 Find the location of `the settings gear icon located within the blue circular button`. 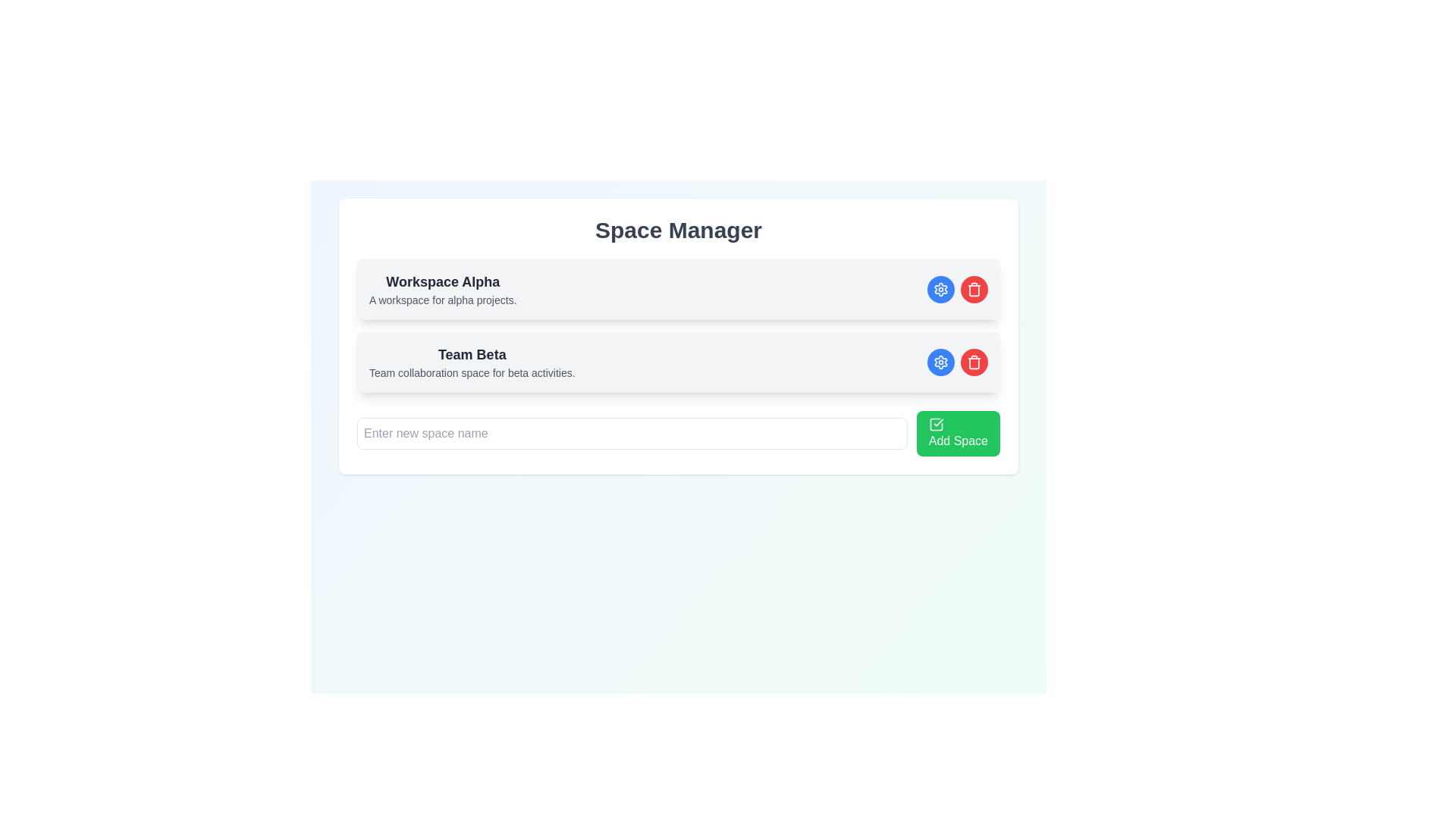

the settings gear icon located within the blue circular button is located at coordinates (940, 289).